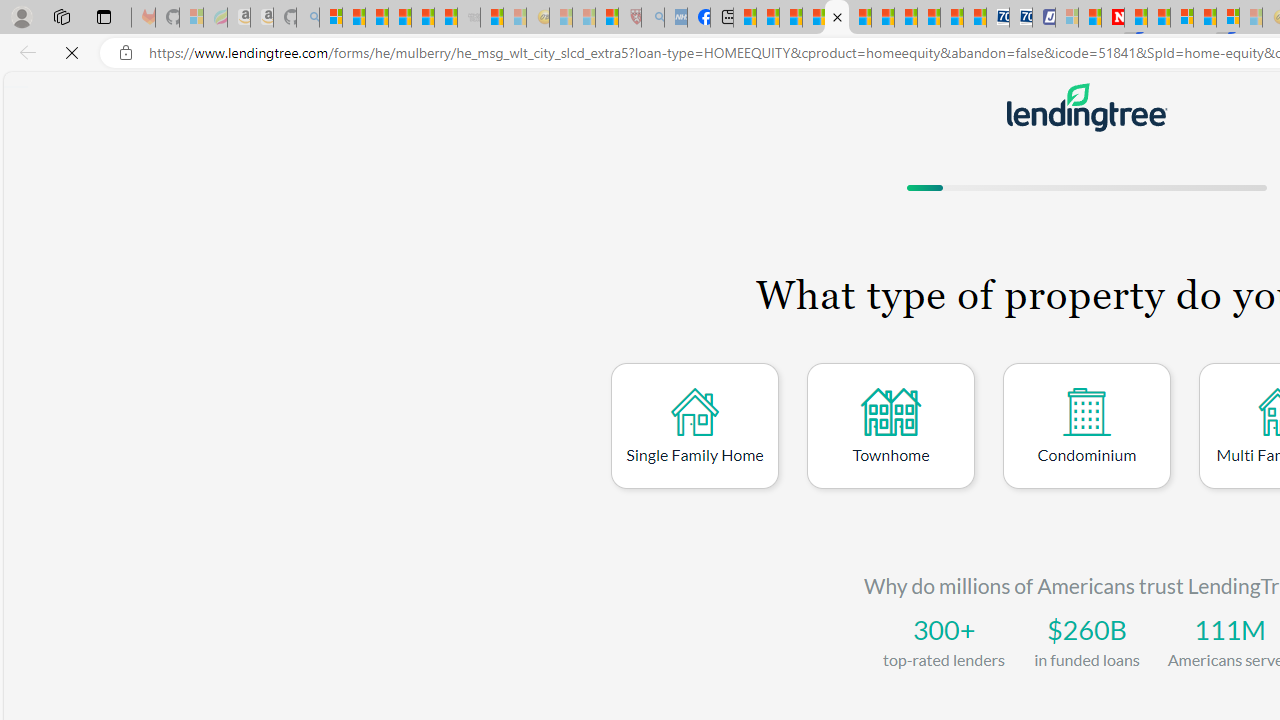 The height and width of the screenshot is (720, 1280). Describe the element at coordinates (837, 17) in the screenshot. I see `'LendingTree - Compare Lenders'` at that location.